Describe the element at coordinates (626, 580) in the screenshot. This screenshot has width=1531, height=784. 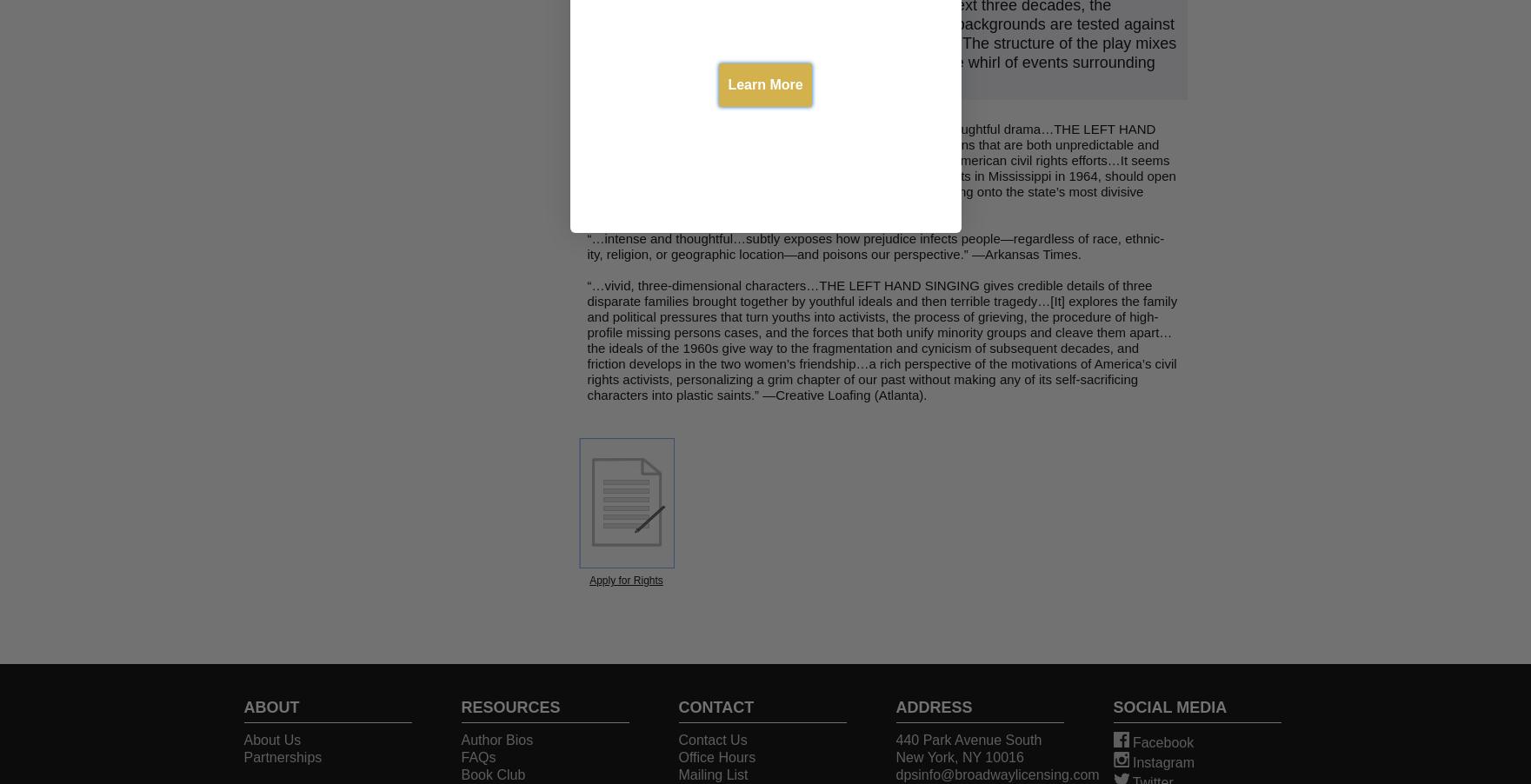
I see `'Apply for Rights'` at that location.